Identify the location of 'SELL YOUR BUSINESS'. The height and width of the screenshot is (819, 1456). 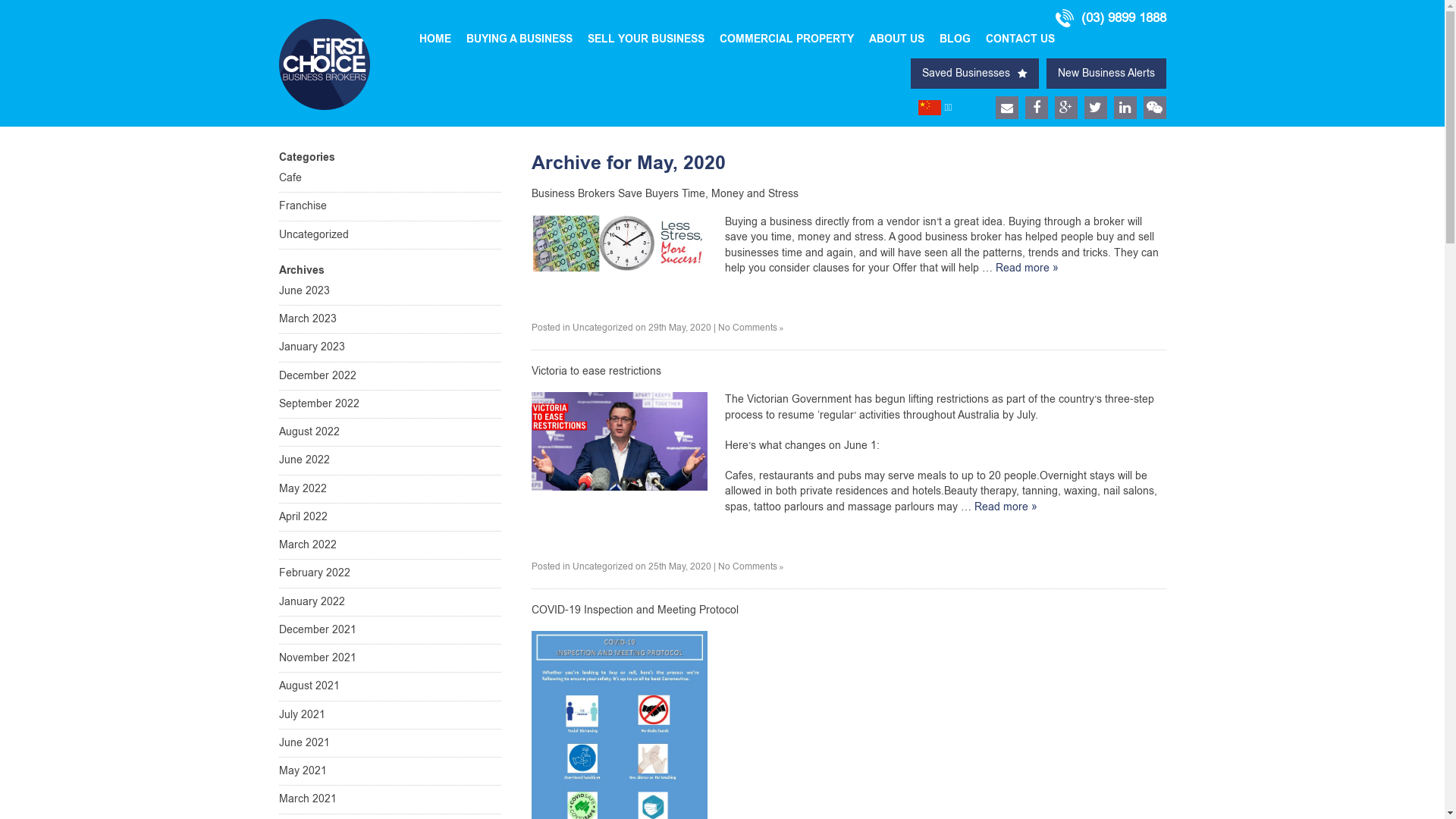
(645, 38).